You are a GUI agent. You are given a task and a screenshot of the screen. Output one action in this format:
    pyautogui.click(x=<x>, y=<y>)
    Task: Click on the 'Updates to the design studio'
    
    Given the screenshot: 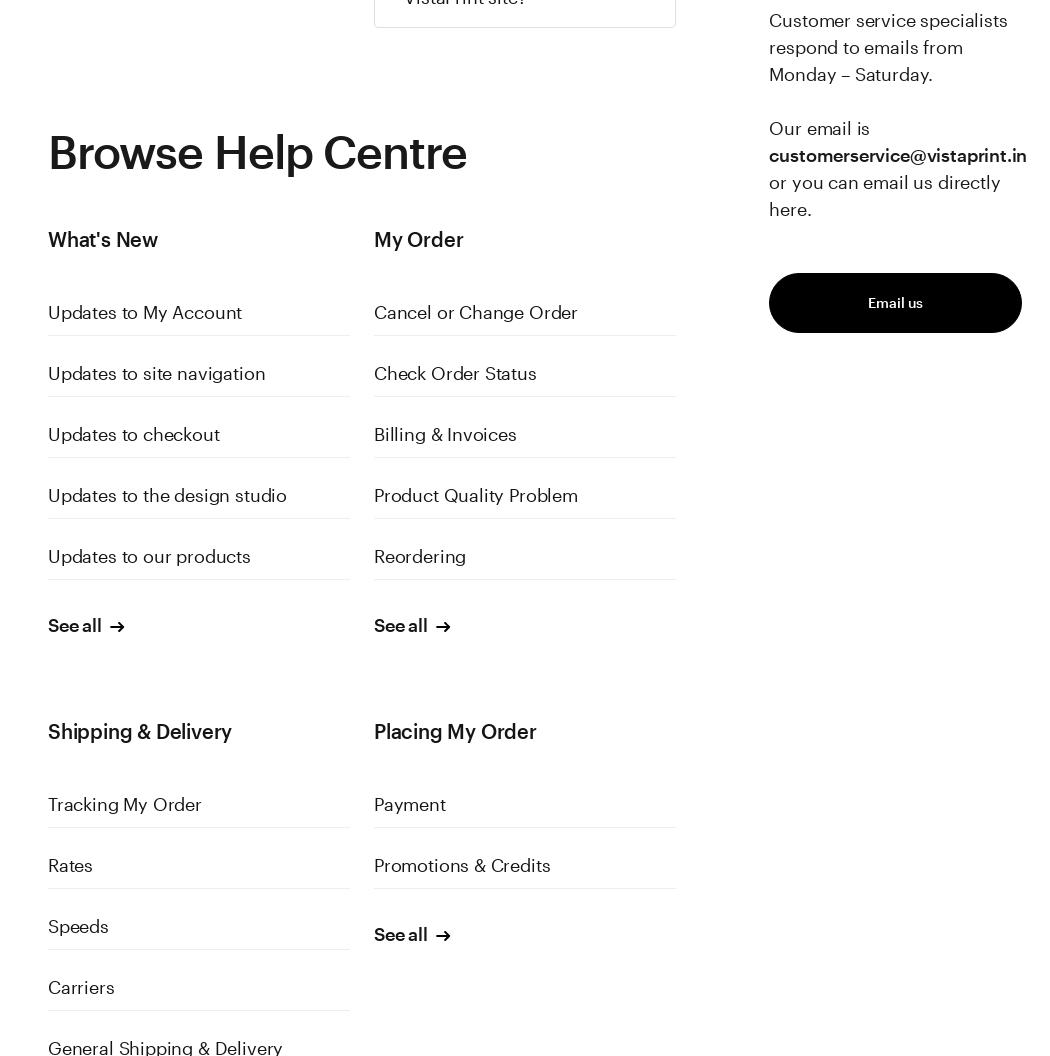 What is the action you would take?
    pyautogui.click(x=166, y=494)
    